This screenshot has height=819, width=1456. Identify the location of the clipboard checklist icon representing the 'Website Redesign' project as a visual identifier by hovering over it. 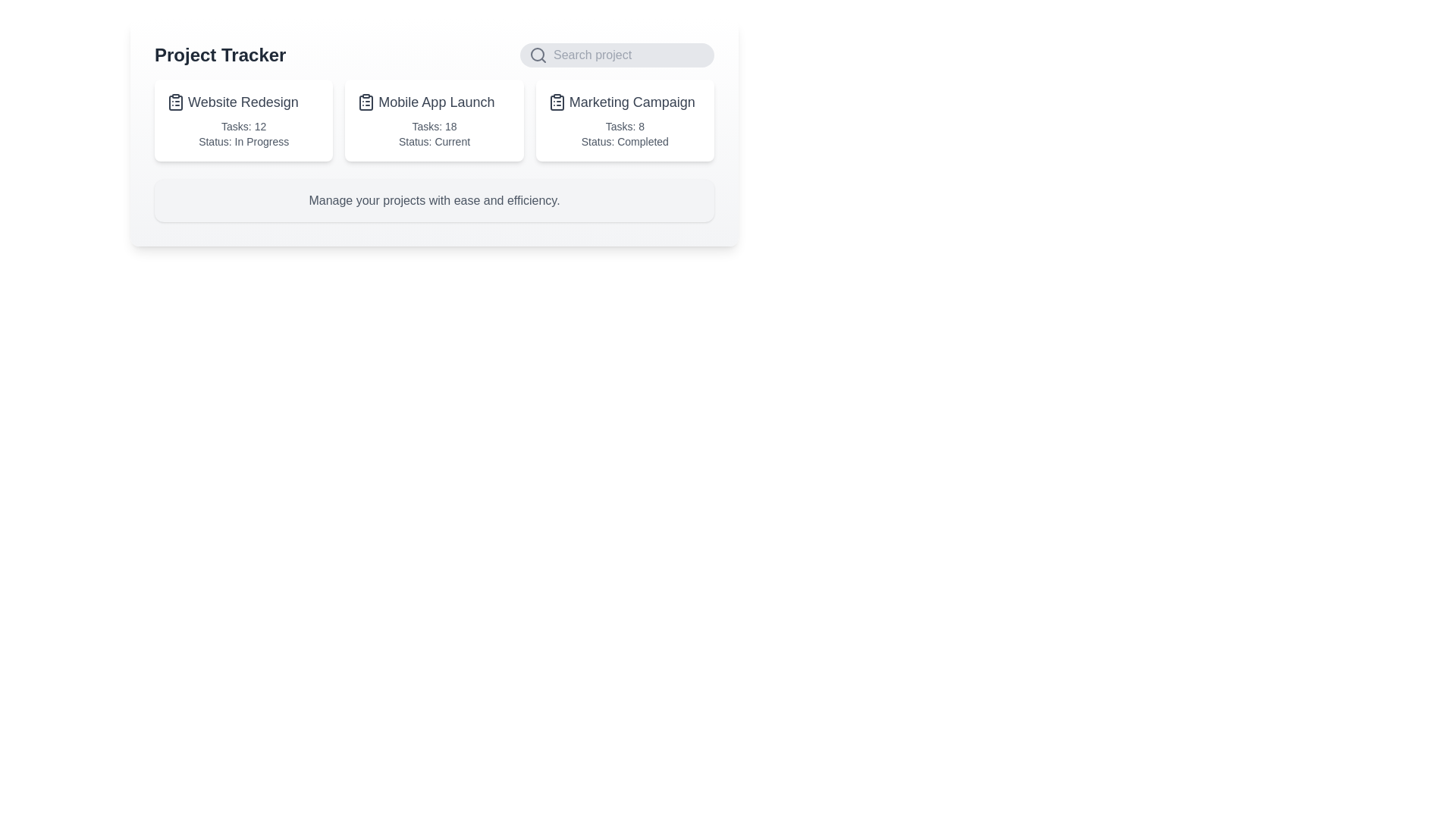
(175, 102).